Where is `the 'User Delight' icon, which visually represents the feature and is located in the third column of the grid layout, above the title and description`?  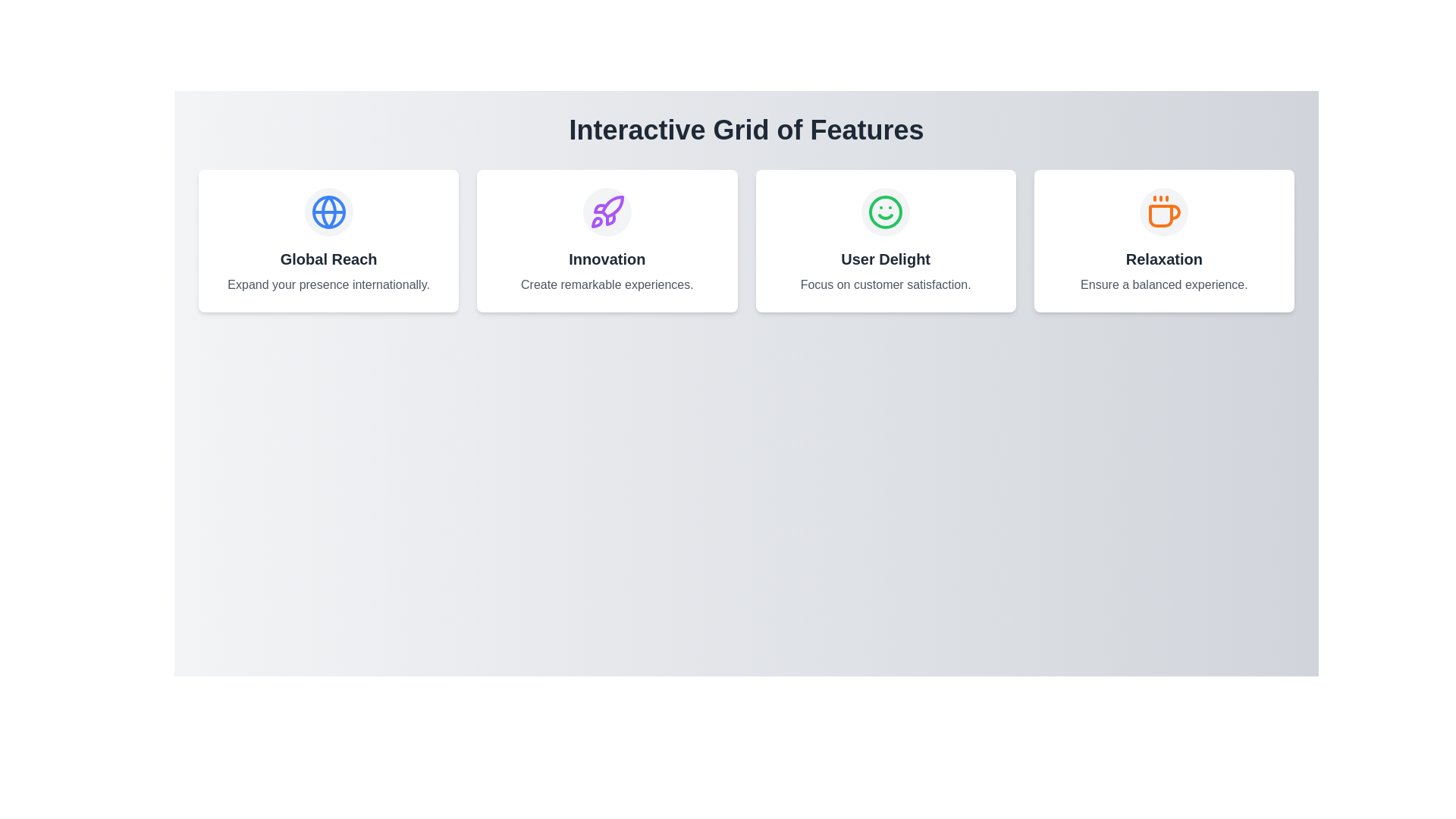
the 'User Delight' icon, which visually represents the feature and is located in the third column of the grid layout, above the title and description is located at coordinates (886, 212).